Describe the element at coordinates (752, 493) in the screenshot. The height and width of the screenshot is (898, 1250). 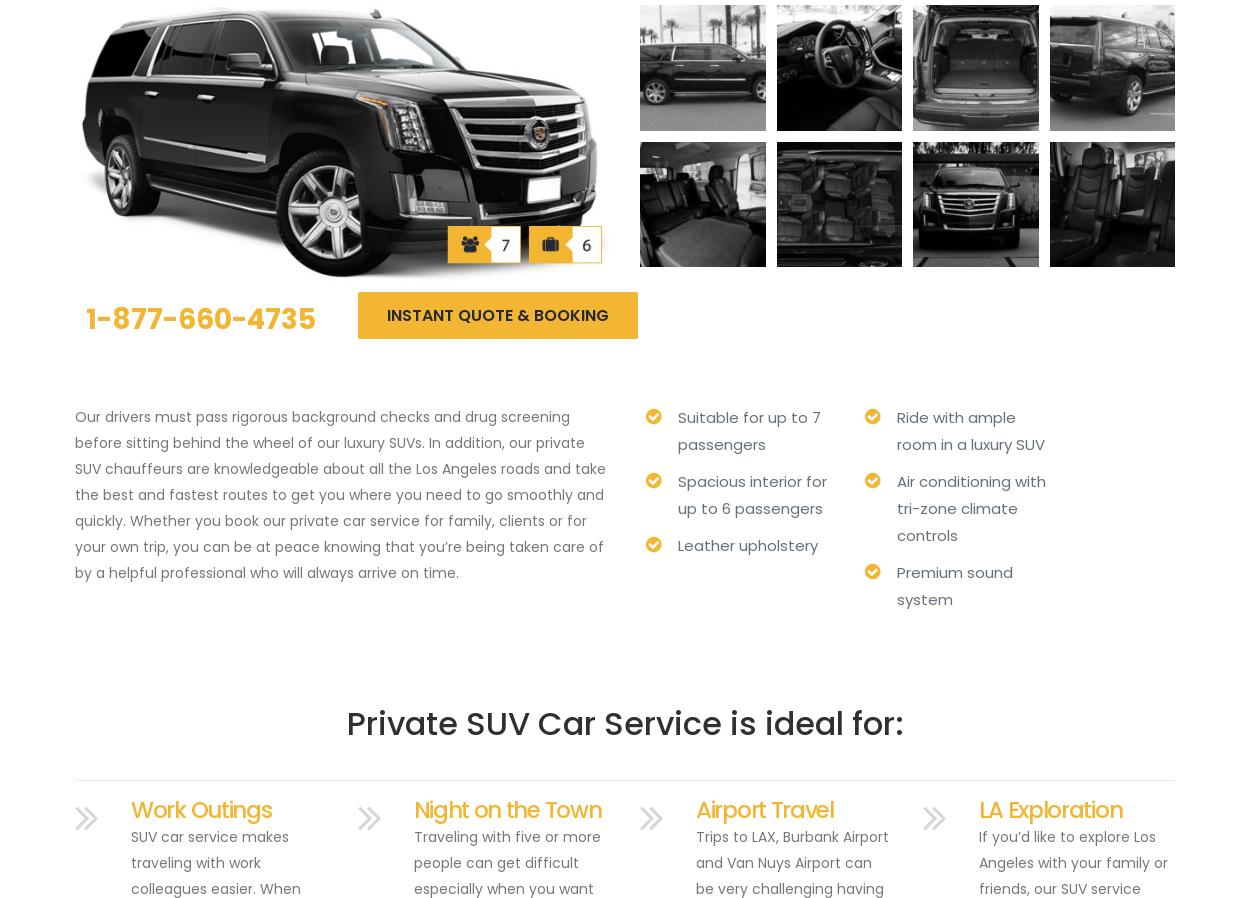
I see `'Spacious interior for up to 6 passengers'` at that location.